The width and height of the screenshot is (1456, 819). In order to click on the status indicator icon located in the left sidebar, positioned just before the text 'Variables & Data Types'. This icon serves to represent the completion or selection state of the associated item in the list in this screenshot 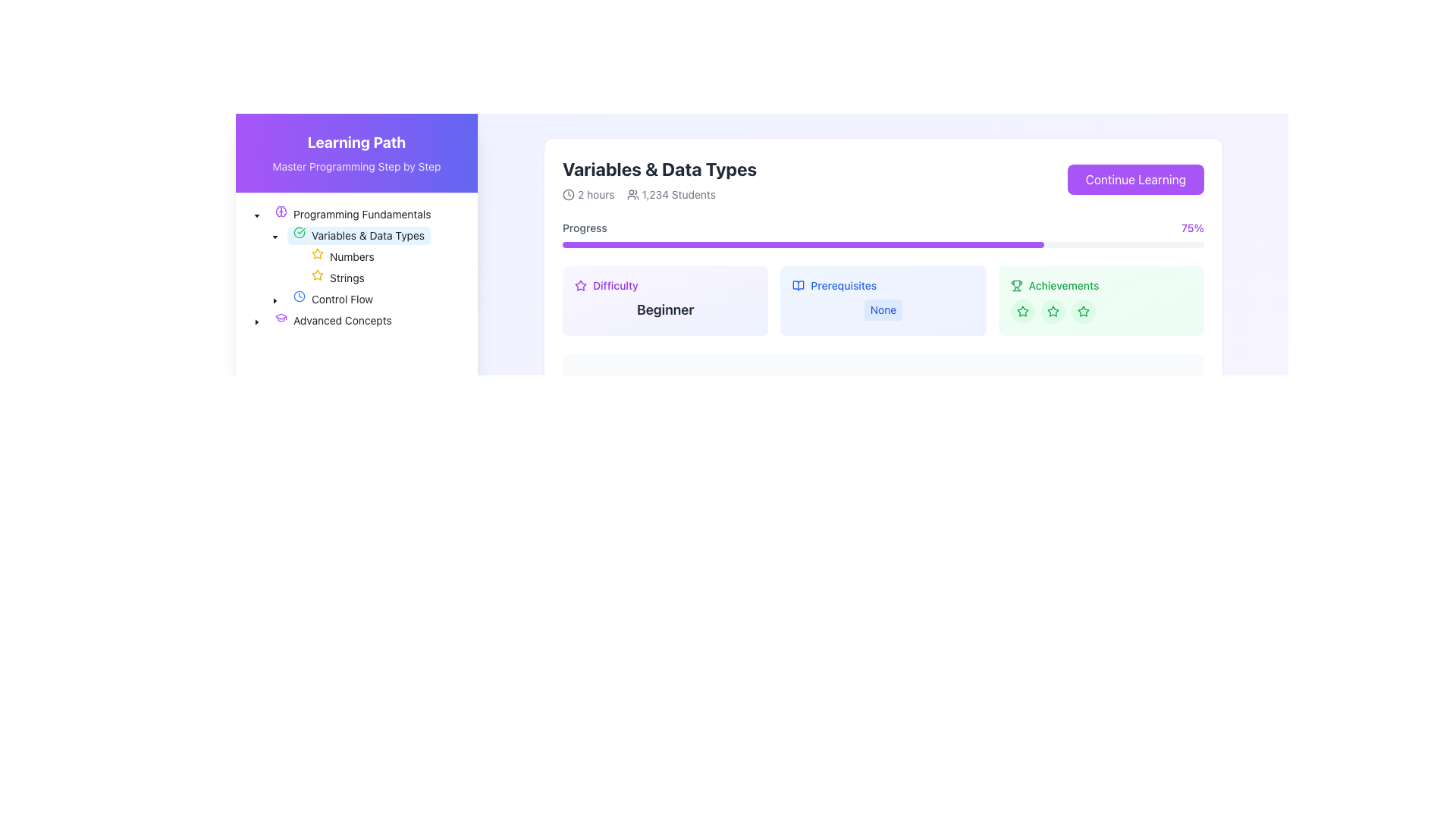, I will do `click(302, 236)`.